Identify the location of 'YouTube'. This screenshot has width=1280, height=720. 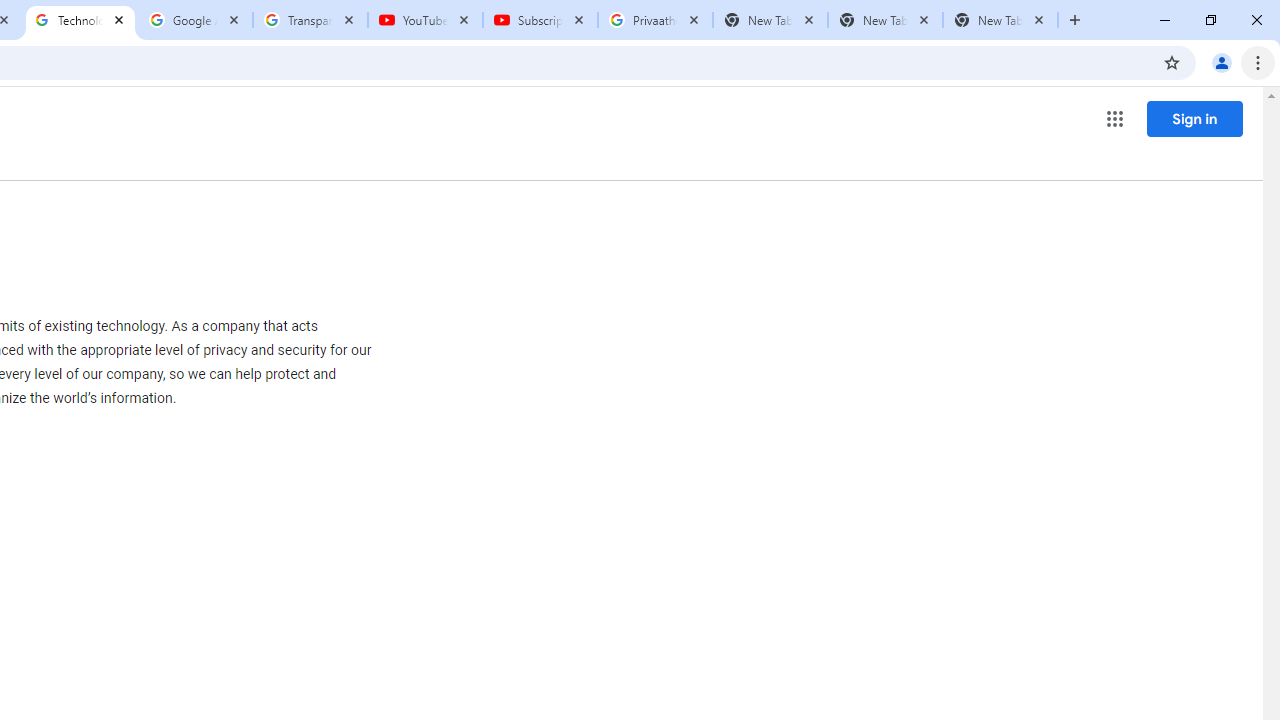
(423, 20).